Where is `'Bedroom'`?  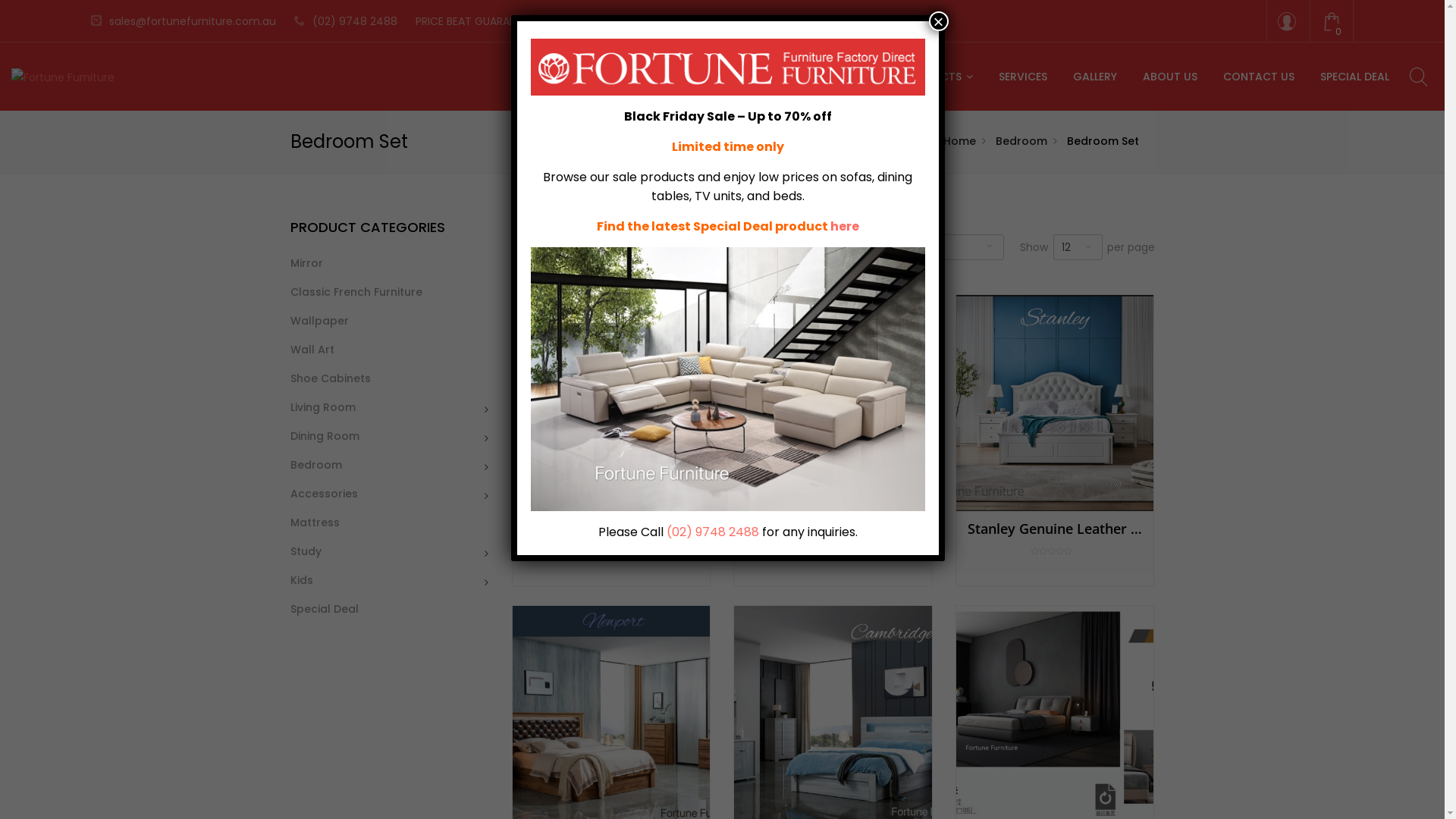
'Bedroom' is located at coordinates (994, 140).